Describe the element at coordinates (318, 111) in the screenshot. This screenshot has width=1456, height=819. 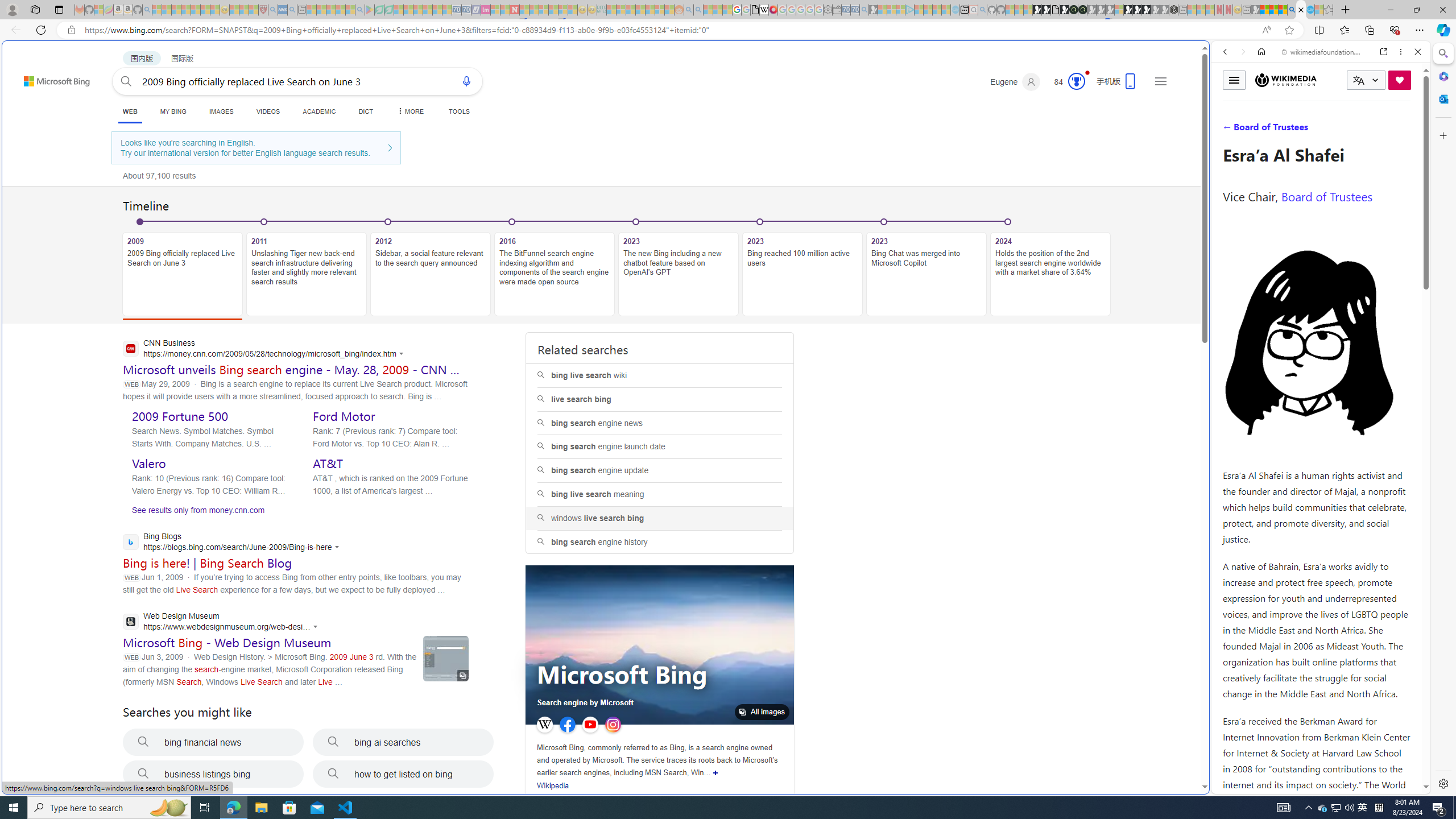
I see `'ACADEMIC'` at that location.